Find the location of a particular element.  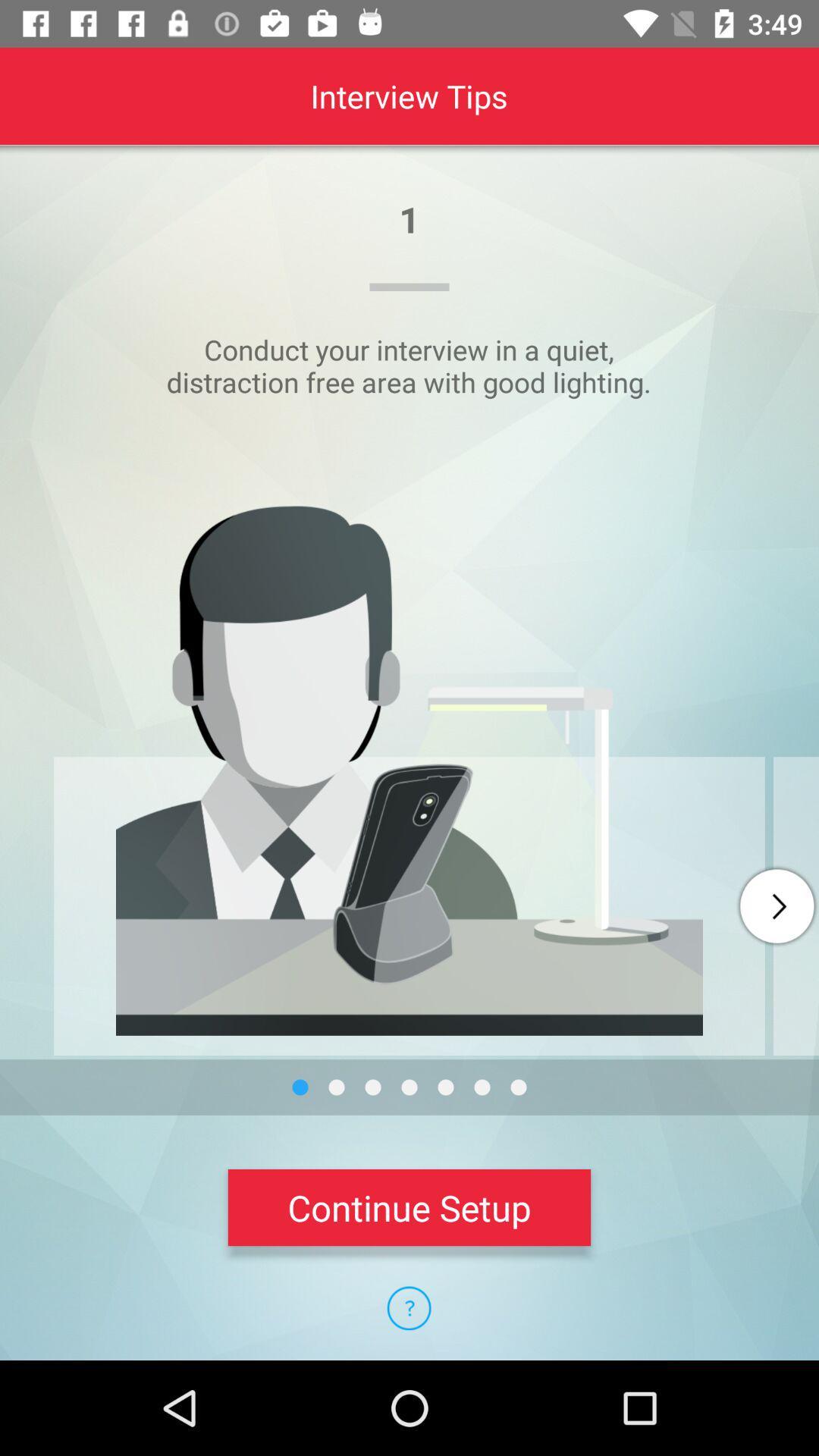

next option is located at coordinates (777, 906).